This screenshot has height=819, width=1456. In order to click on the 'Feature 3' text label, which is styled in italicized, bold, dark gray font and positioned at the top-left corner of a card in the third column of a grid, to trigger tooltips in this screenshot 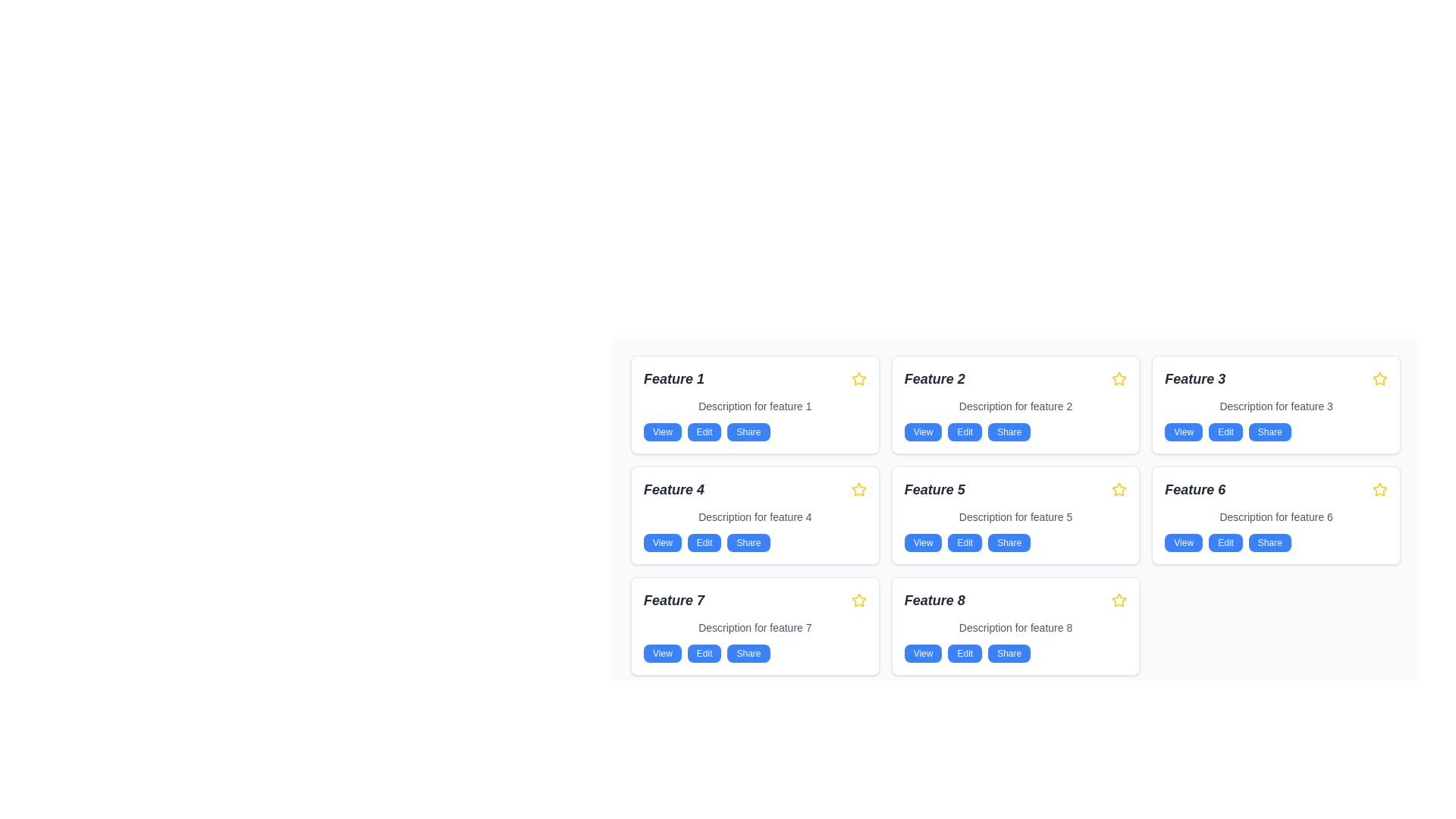, I will do `click(1194, 378)`.